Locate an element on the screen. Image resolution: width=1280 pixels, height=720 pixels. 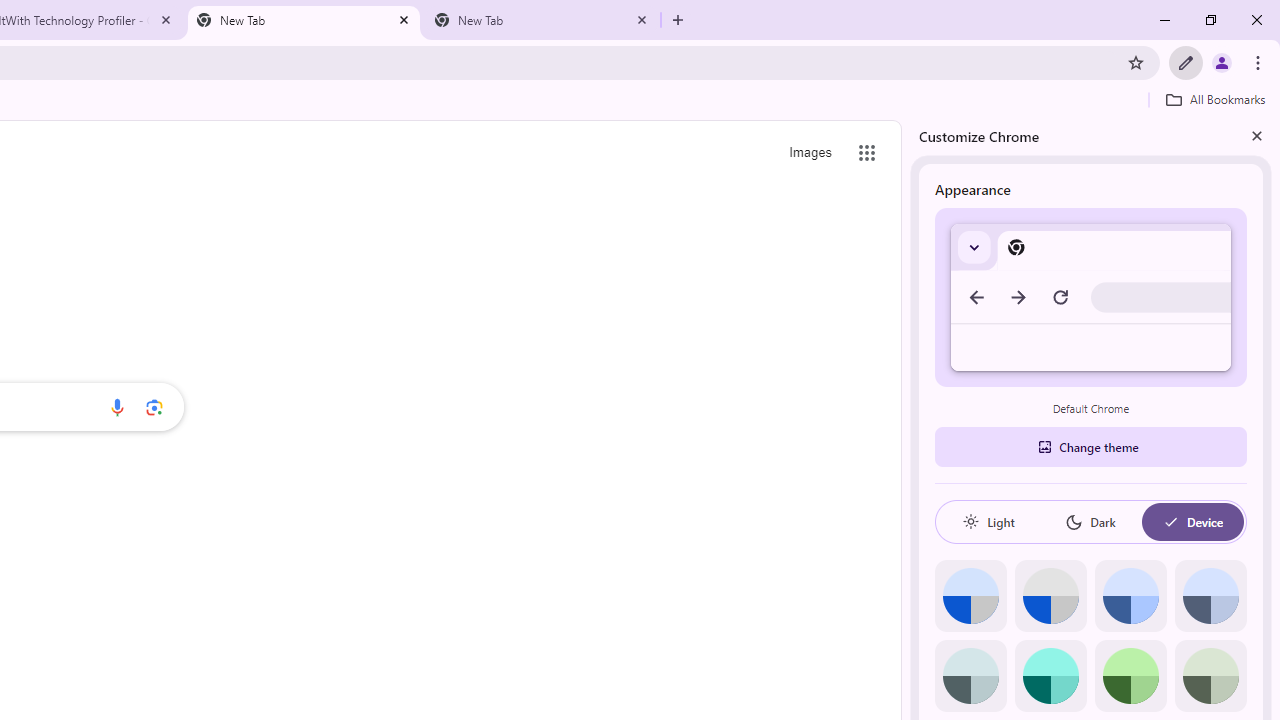
'Change theme' is located at coordinates (1089, 446).